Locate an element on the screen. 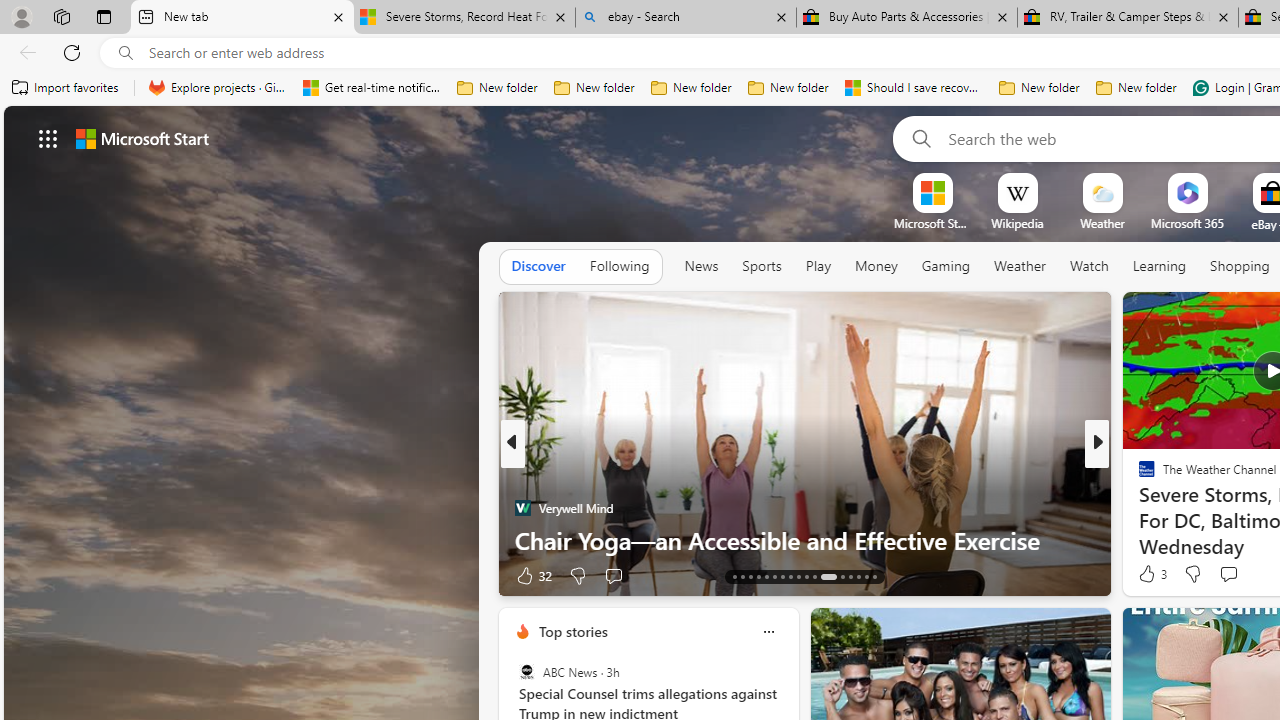 This screenshot has width=1280, height=720. 'TheStreet' is located at coordinates (1138, 506).